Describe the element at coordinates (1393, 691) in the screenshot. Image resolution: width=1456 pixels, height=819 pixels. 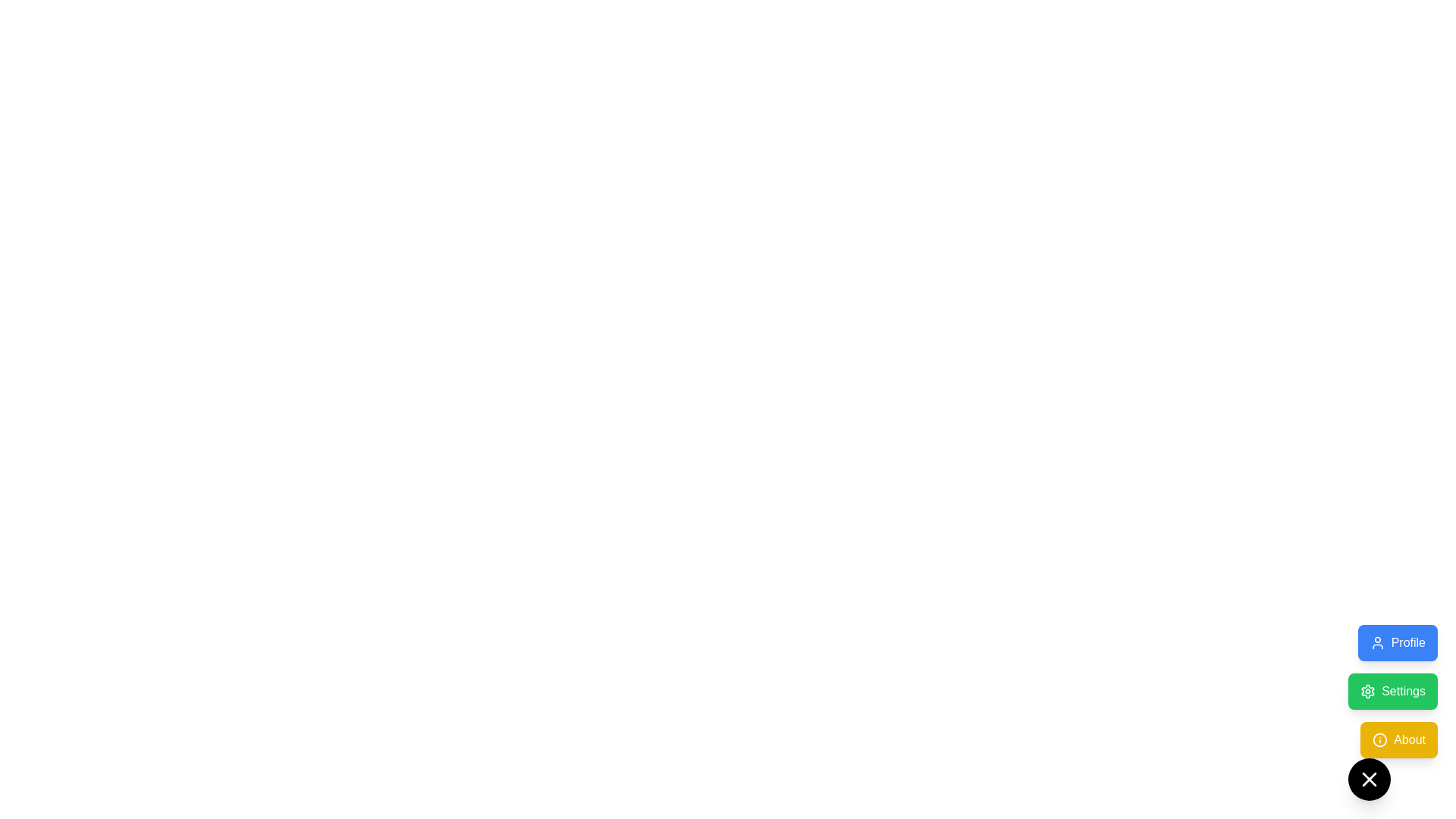
I see `the green 'Settings' button with a cogwheel icon` at that location.